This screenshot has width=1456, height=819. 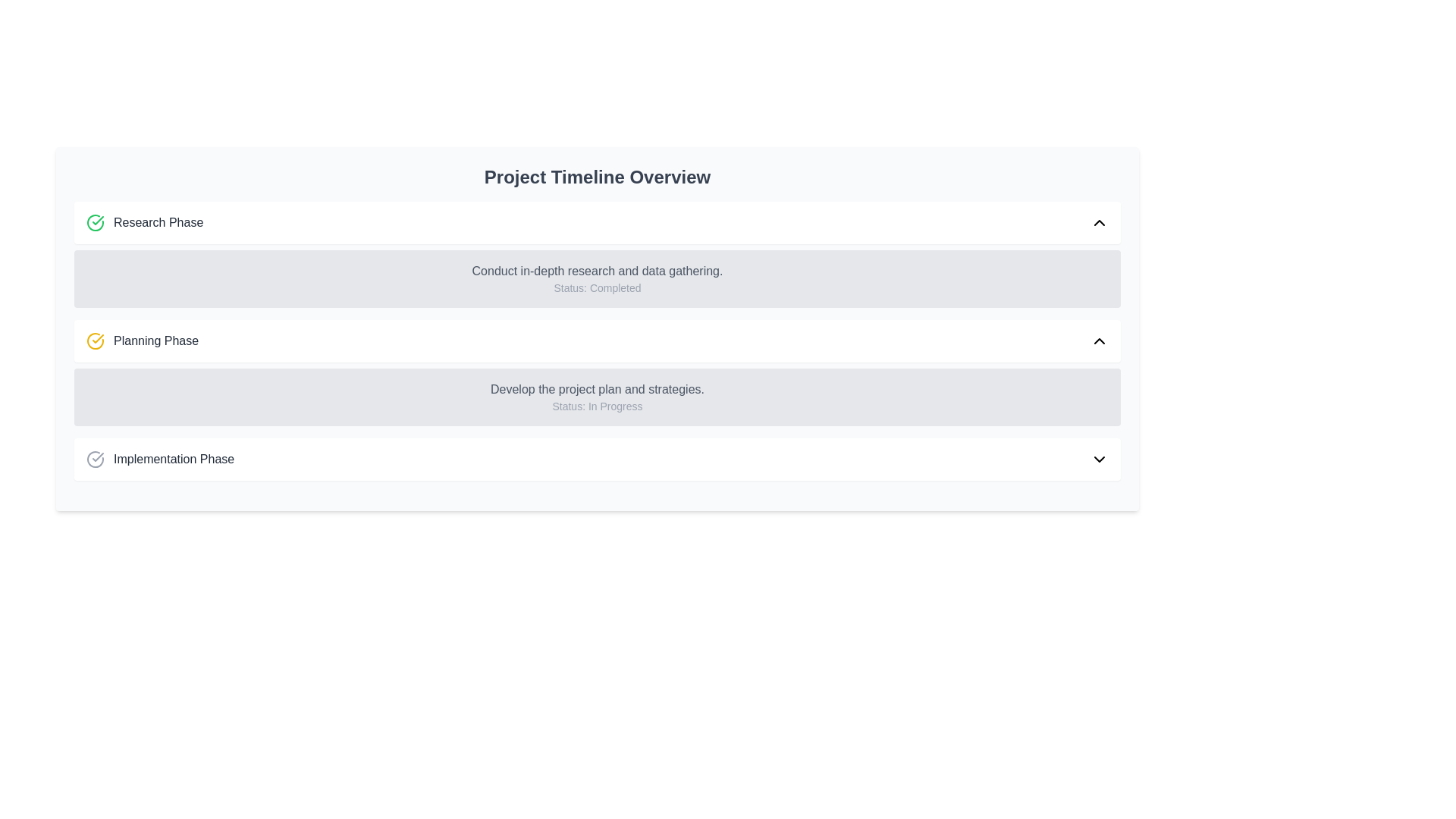 What do you see at coordinates (94, 341) in the screenshot?
I see `the circular icon with a checkmark symbol within a yellow circle located in the 'Planning Phase' section of the interface` at bounding box center [94, 341].